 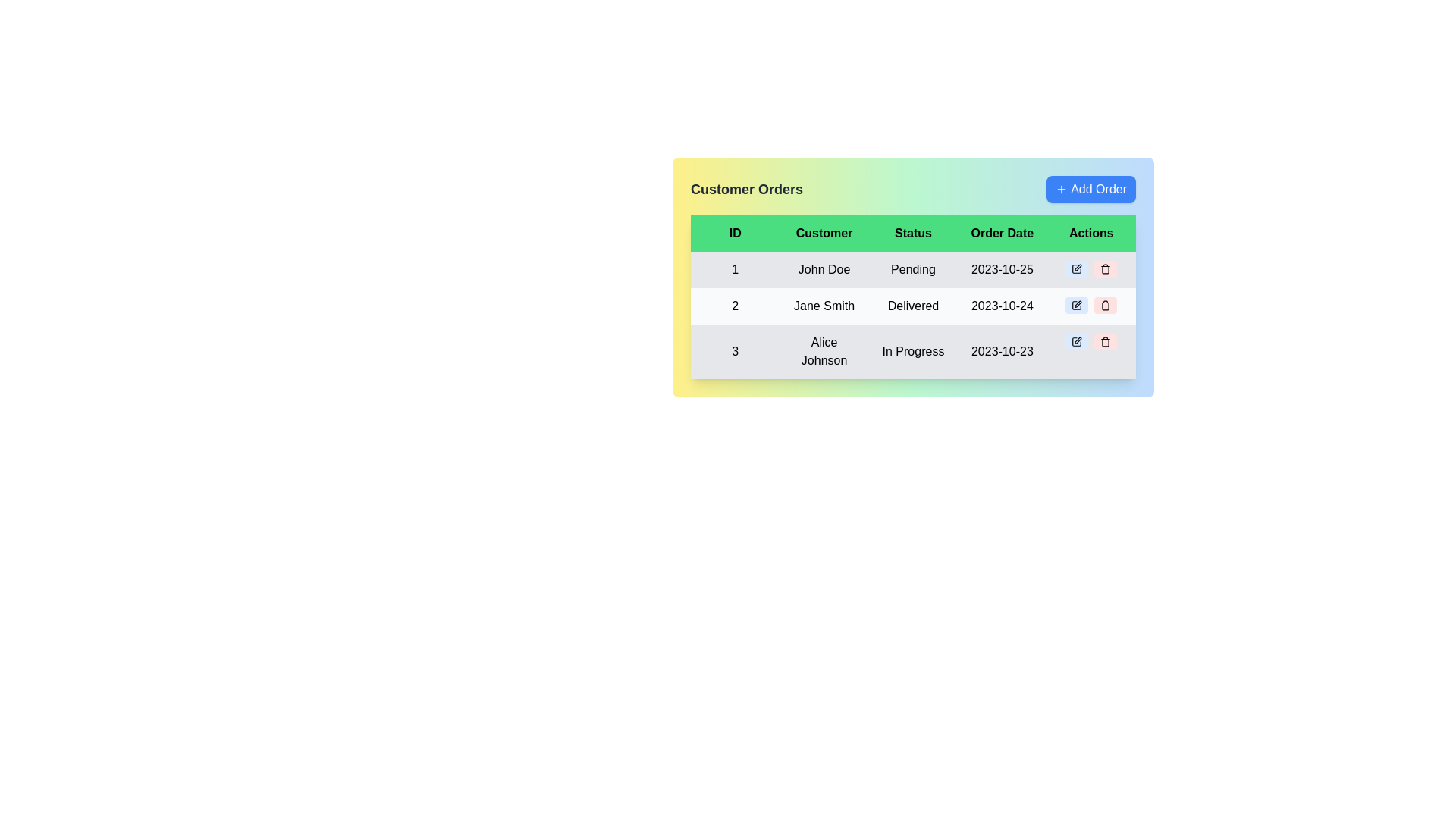 What do you see at coordinates (912, 351) in the screenshot?
I see `the last table row under the 'Customer Orders' header` at bounding box center [912, 351].